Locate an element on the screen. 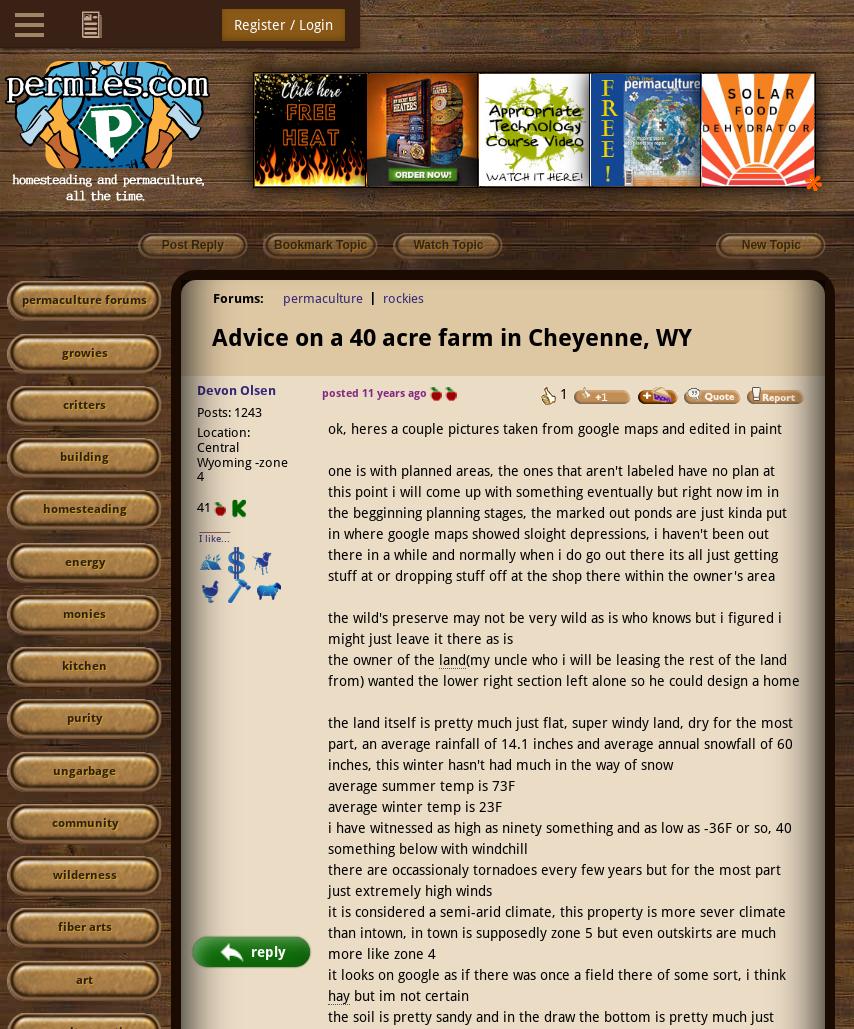  'the owner of the' is located at coordinates (381, 658).